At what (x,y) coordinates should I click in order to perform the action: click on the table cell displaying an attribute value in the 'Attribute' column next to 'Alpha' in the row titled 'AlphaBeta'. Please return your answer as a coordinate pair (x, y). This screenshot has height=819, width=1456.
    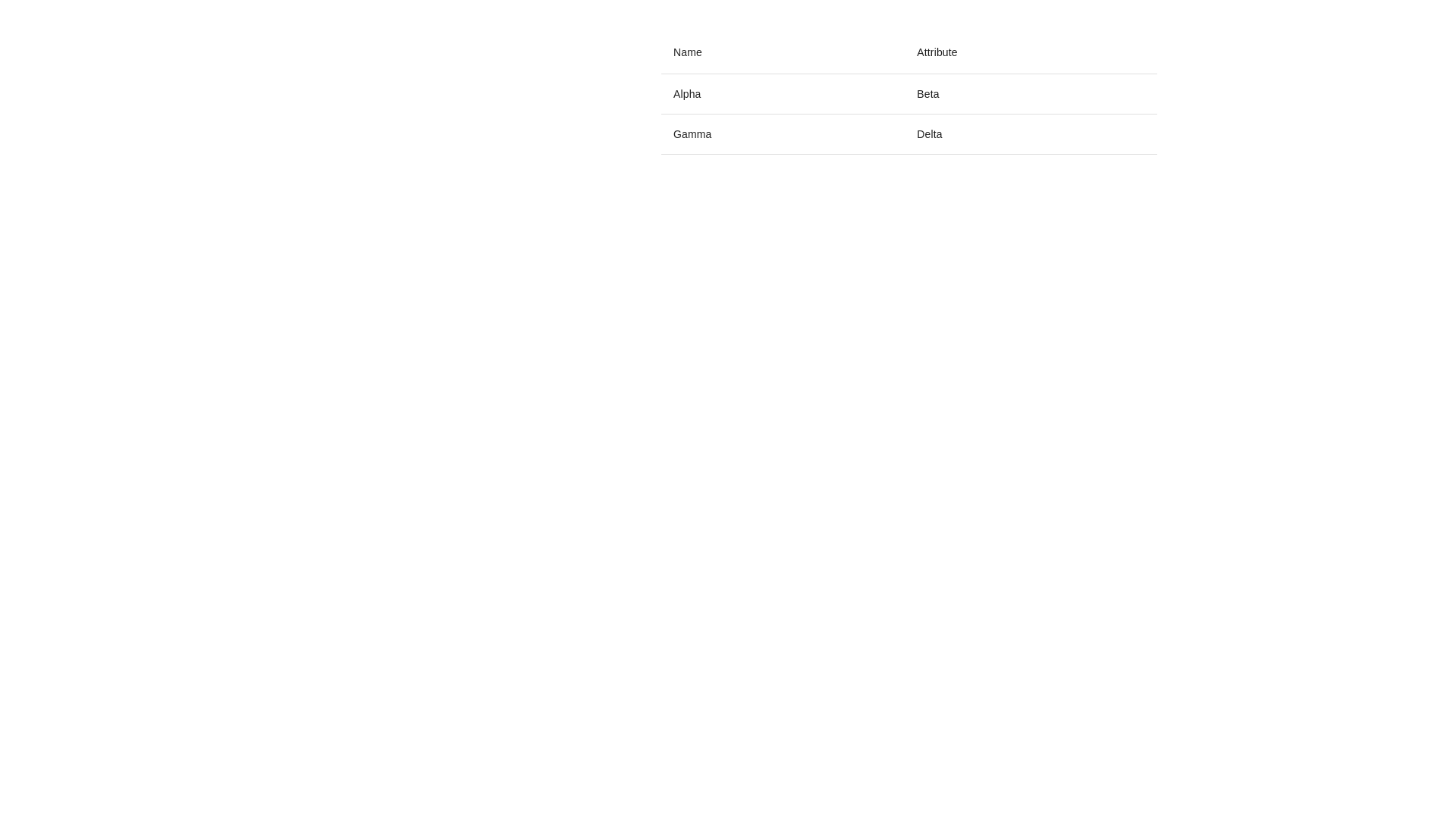
    Looking at the image, I should click on (1031, 93).